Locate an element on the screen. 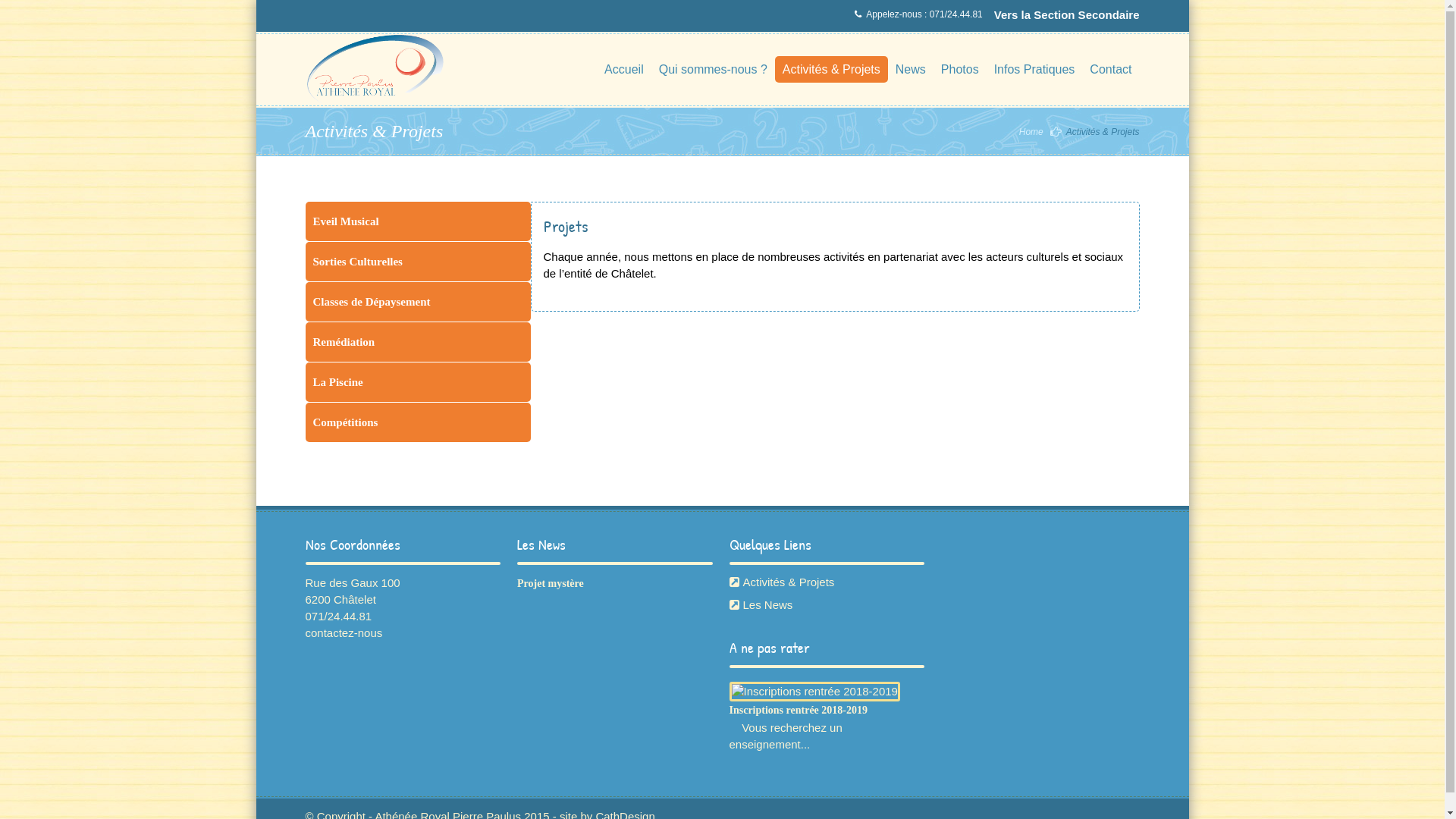 The height and width of the screenshot is (819, 1456). 'Infos Pratiques' is located at coordinates (1034, 69).